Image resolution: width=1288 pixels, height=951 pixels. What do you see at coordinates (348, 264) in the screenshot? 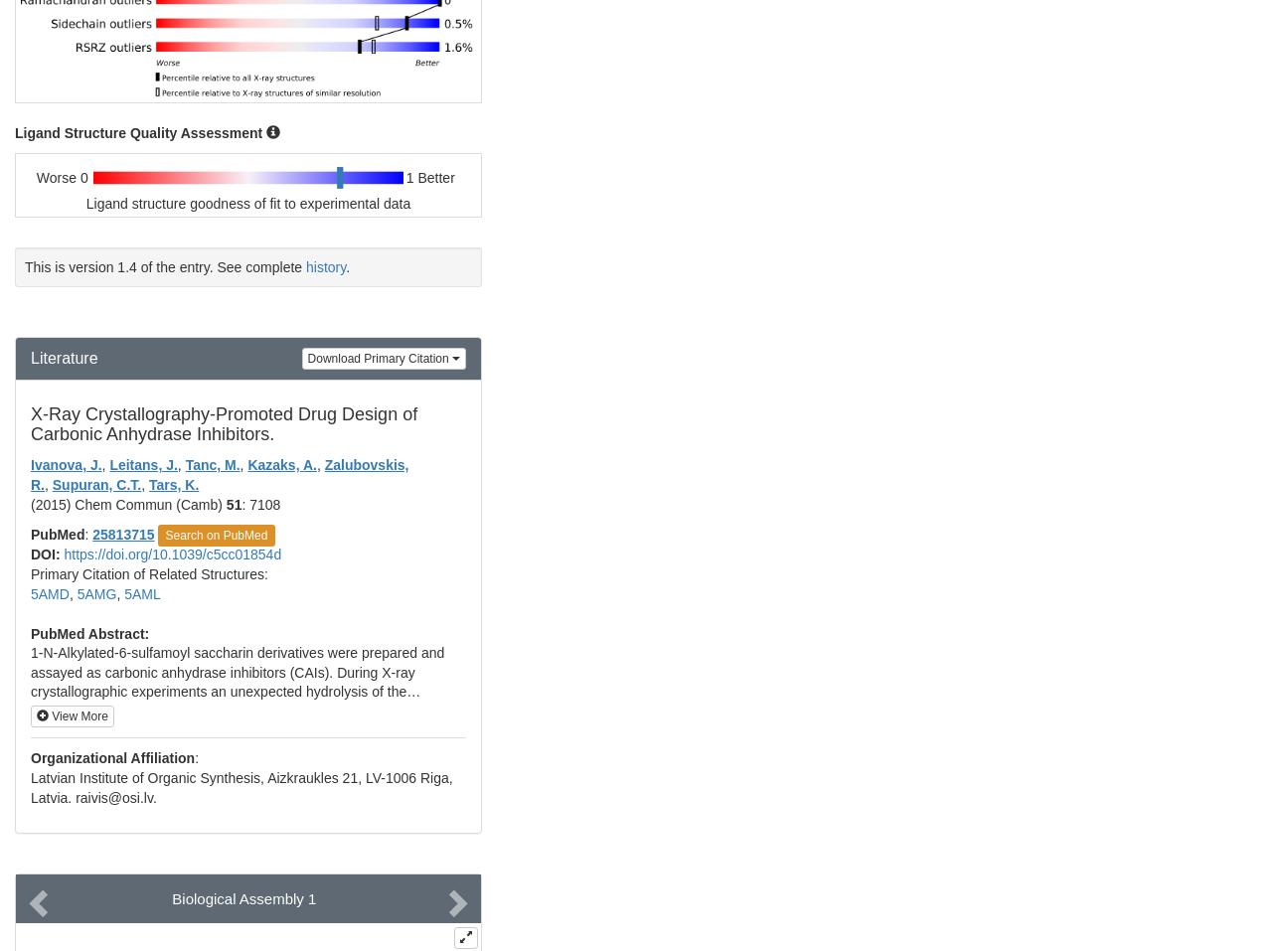
I see `'.'` at bounding box center [348, 264].